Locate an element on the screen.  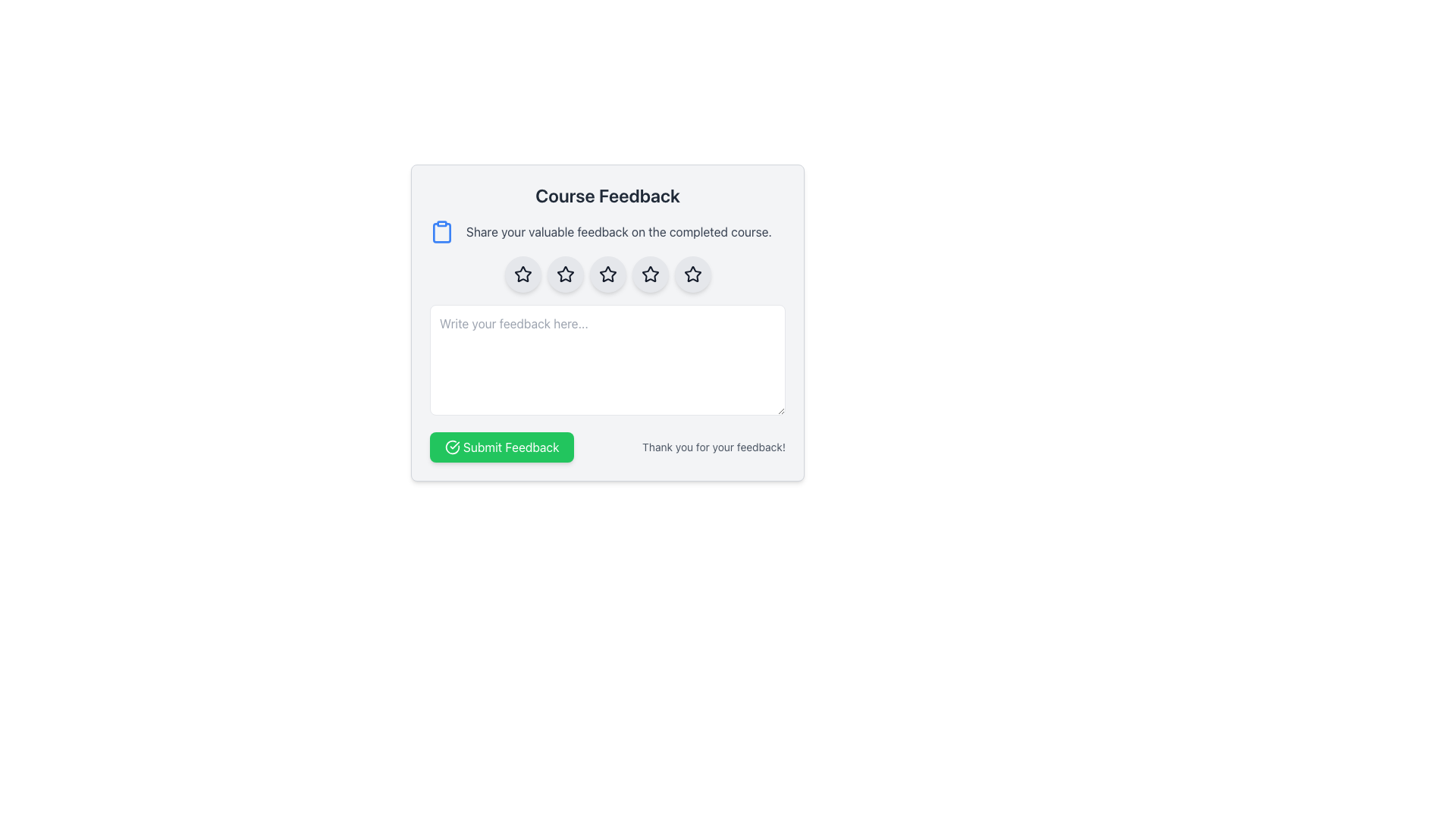
the third star icon in the rating system is located at coordinates (650, 274).